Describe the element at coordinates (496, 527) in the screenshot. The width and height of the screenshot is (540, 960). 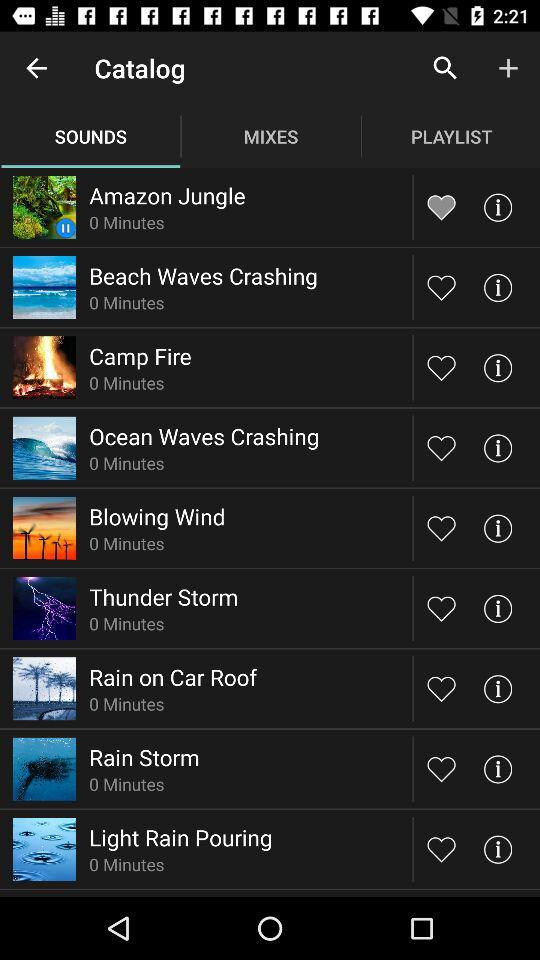
I see `more information` at that location.